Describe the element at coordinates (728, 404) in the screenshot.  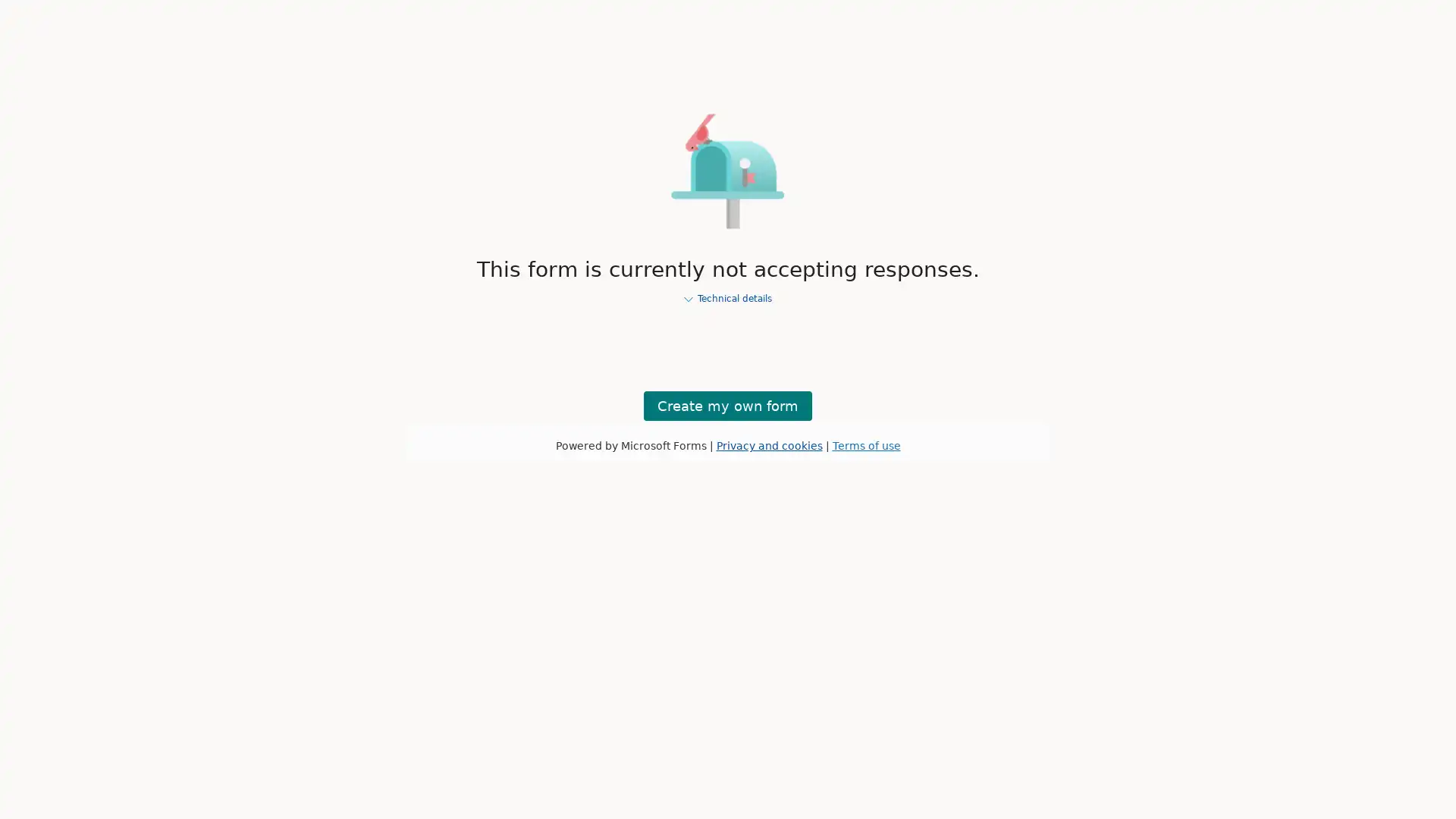
I see `Create my own form` at that location.